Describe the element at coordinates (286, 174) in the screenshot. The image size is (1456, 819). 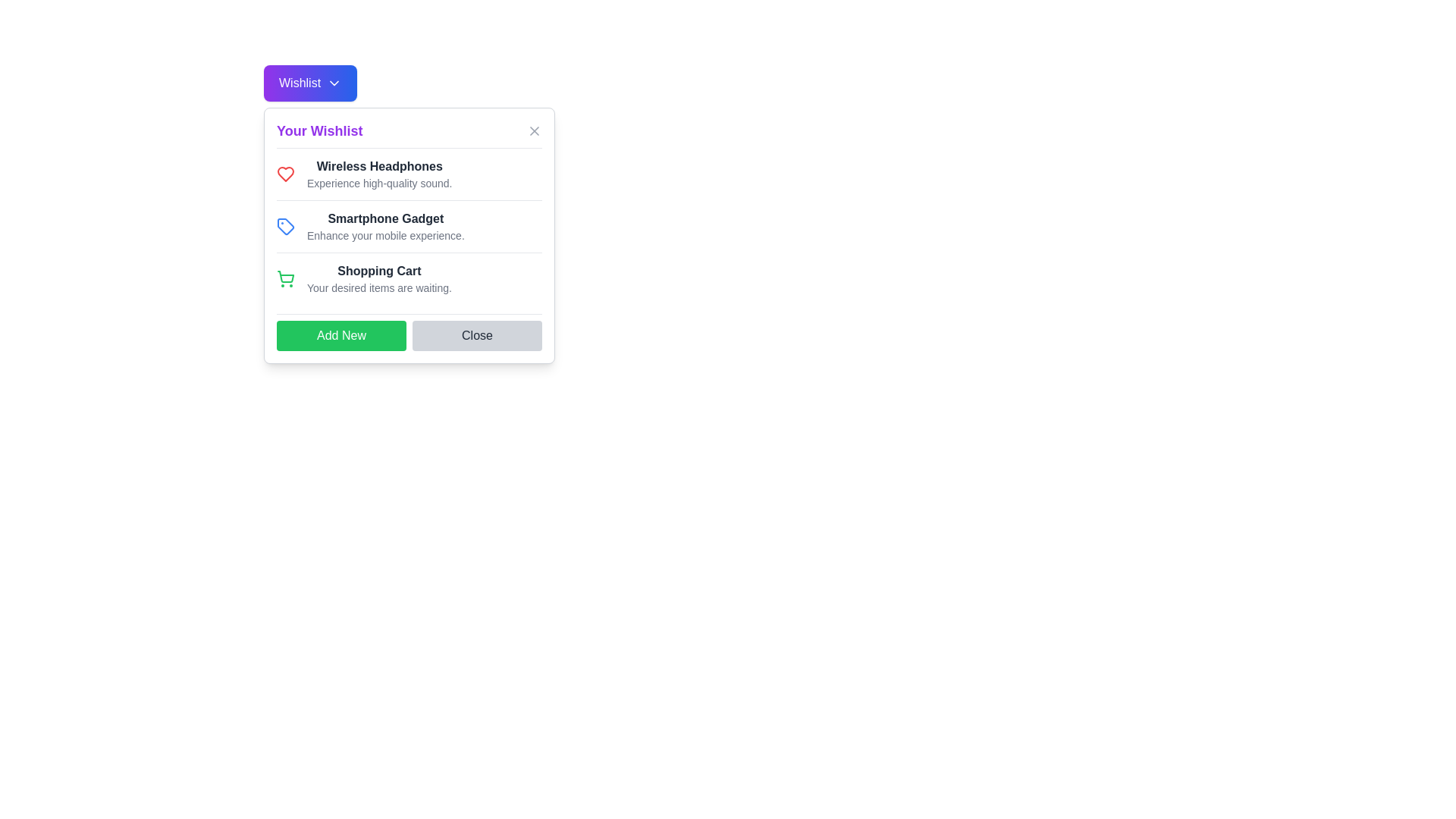
I see `the state of the heart icon located adjacent to the Wireless Headphones entry in the Your Wishlist section to determine if it indicates a favorited status` at that location.